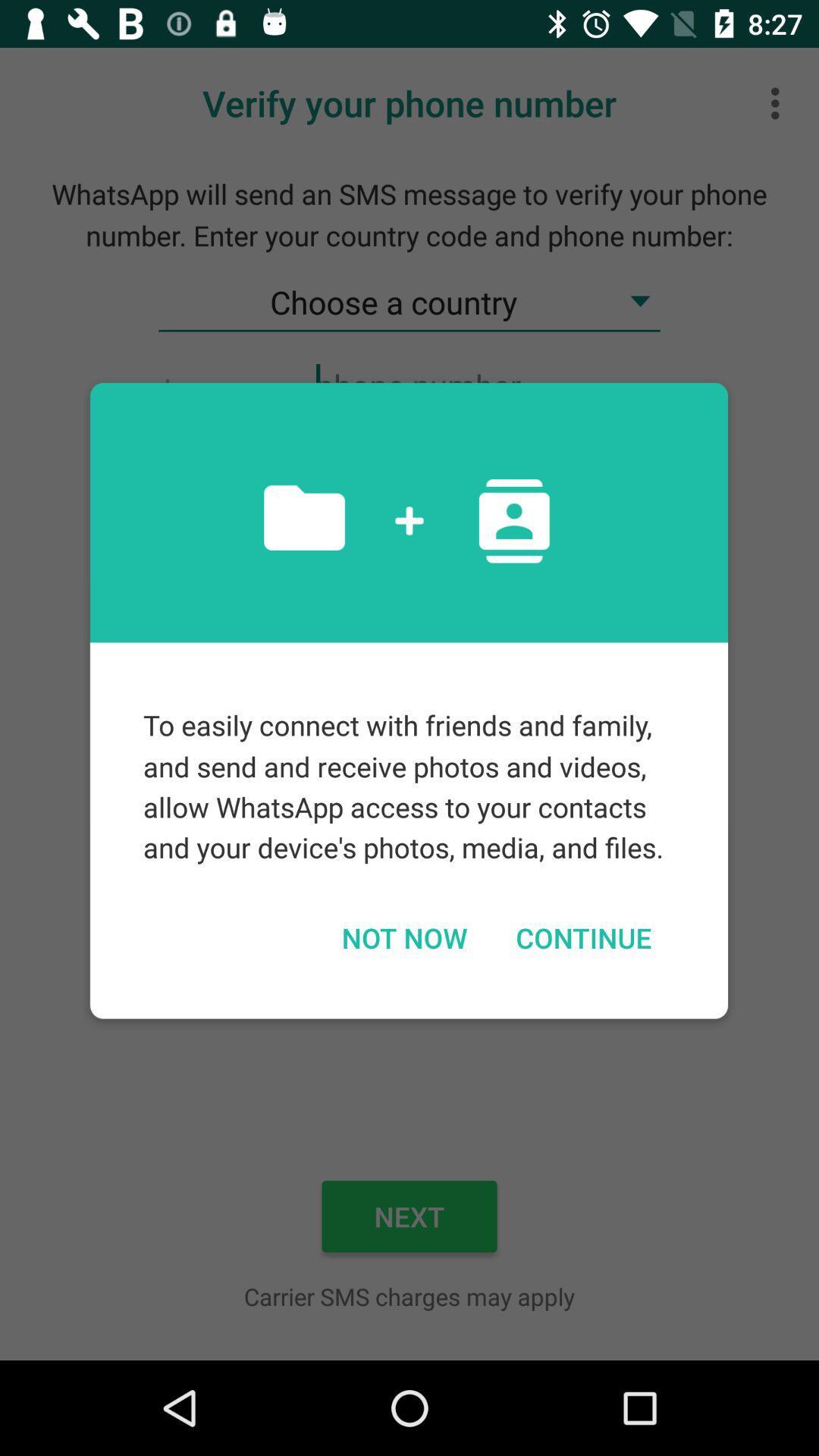 This screenshot has height=1456, width=819. I want to click on the icon to the left of continue, so click(403, 937).